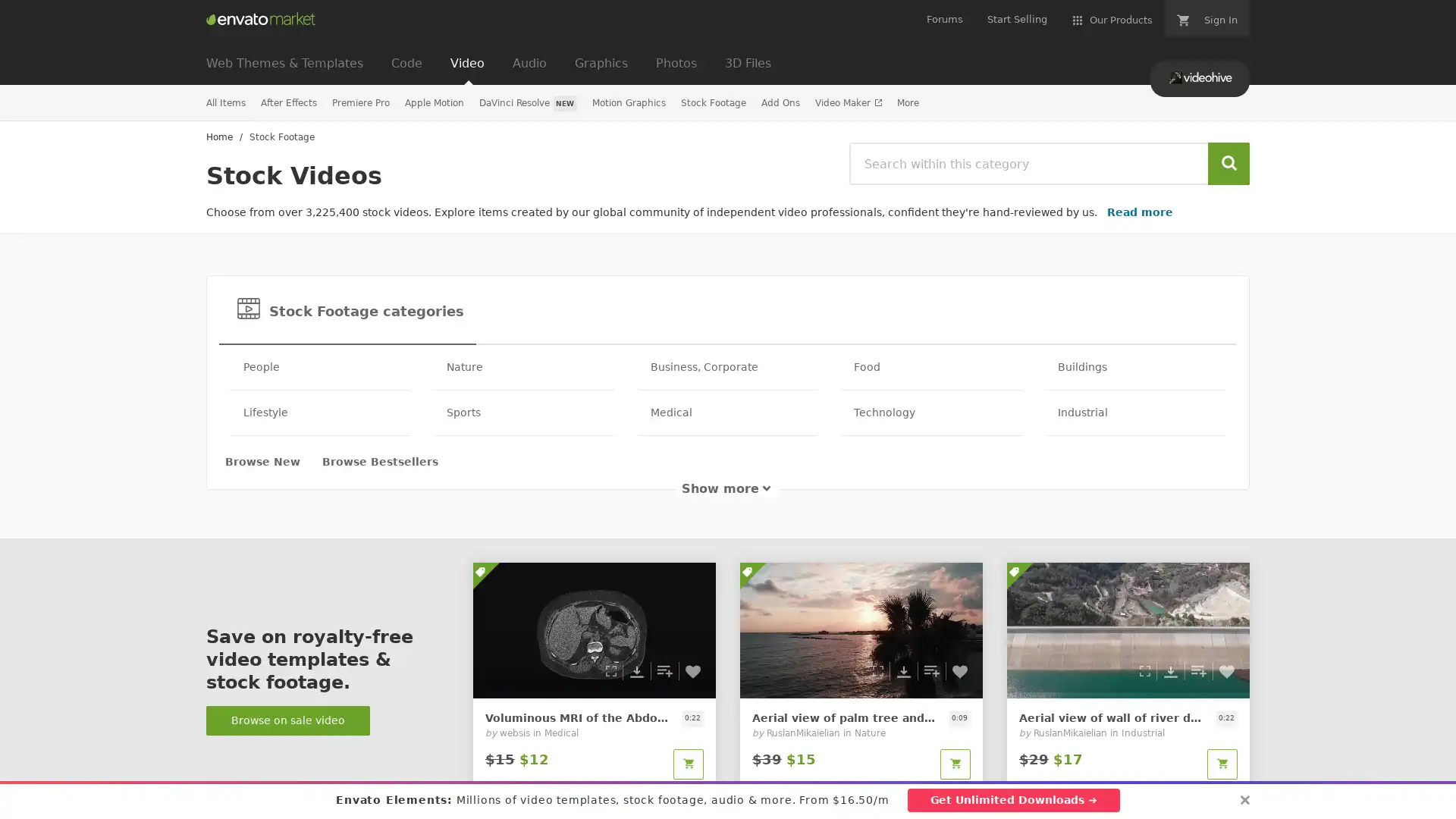 The image size is (1456, 819). I want to click on Add to Favorites, so click(692, 670).